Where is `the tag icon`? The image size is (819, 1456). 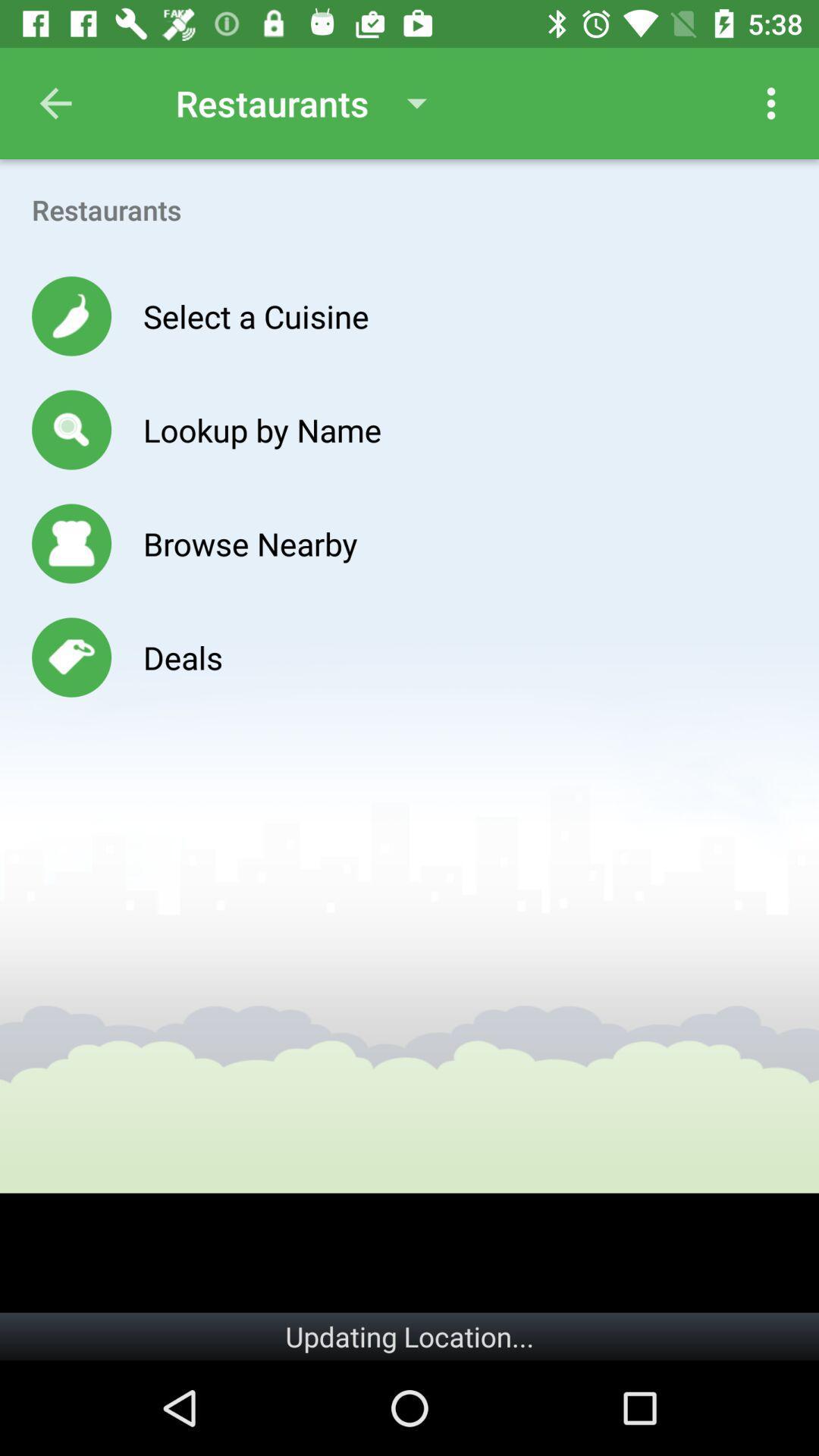
the tag icon is located at coordinates (71, 657).